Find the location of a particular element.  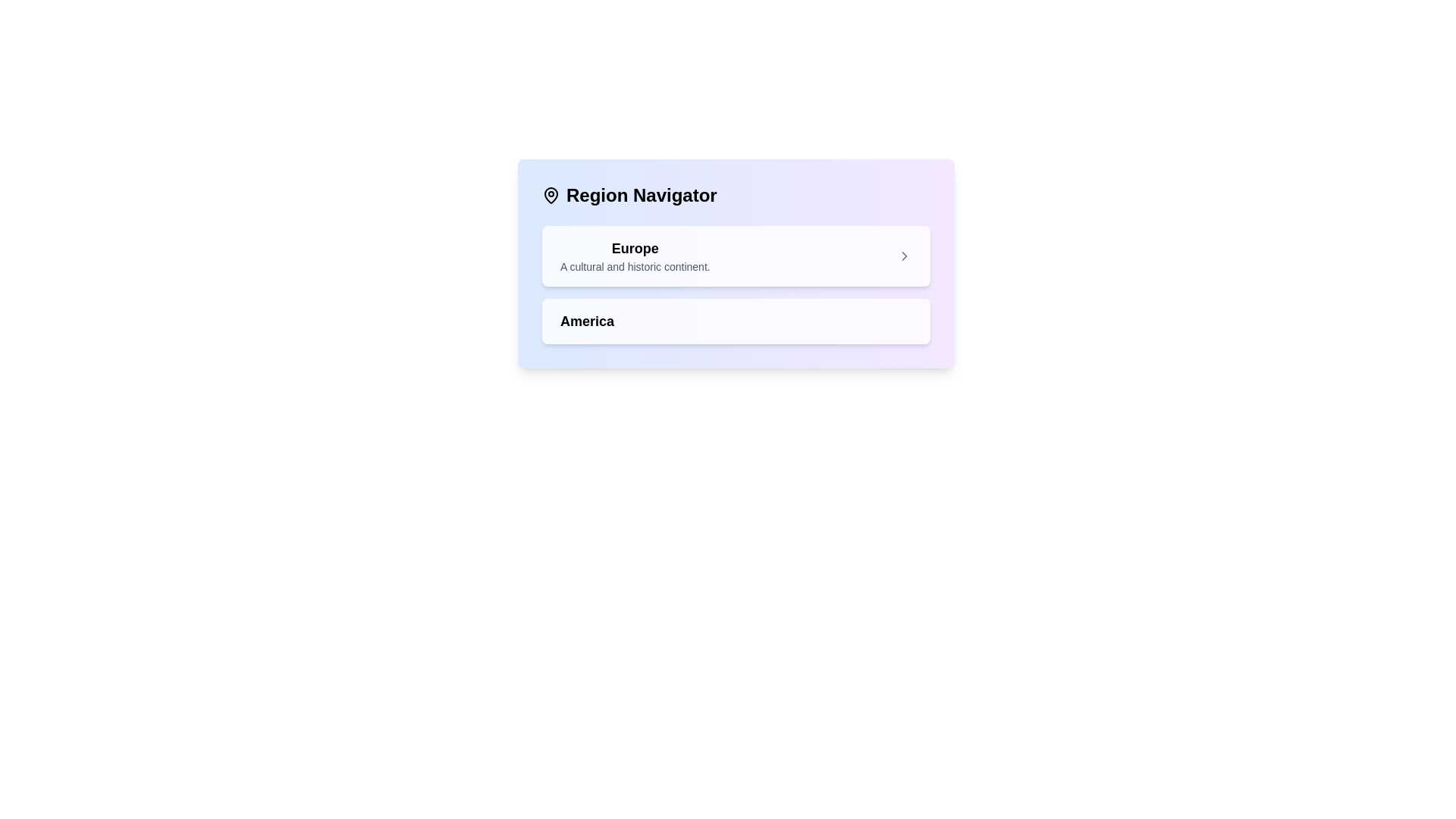

the List item labeled 'Europe' in the 'Region Navigator' section is located at coordinates (736, 284).